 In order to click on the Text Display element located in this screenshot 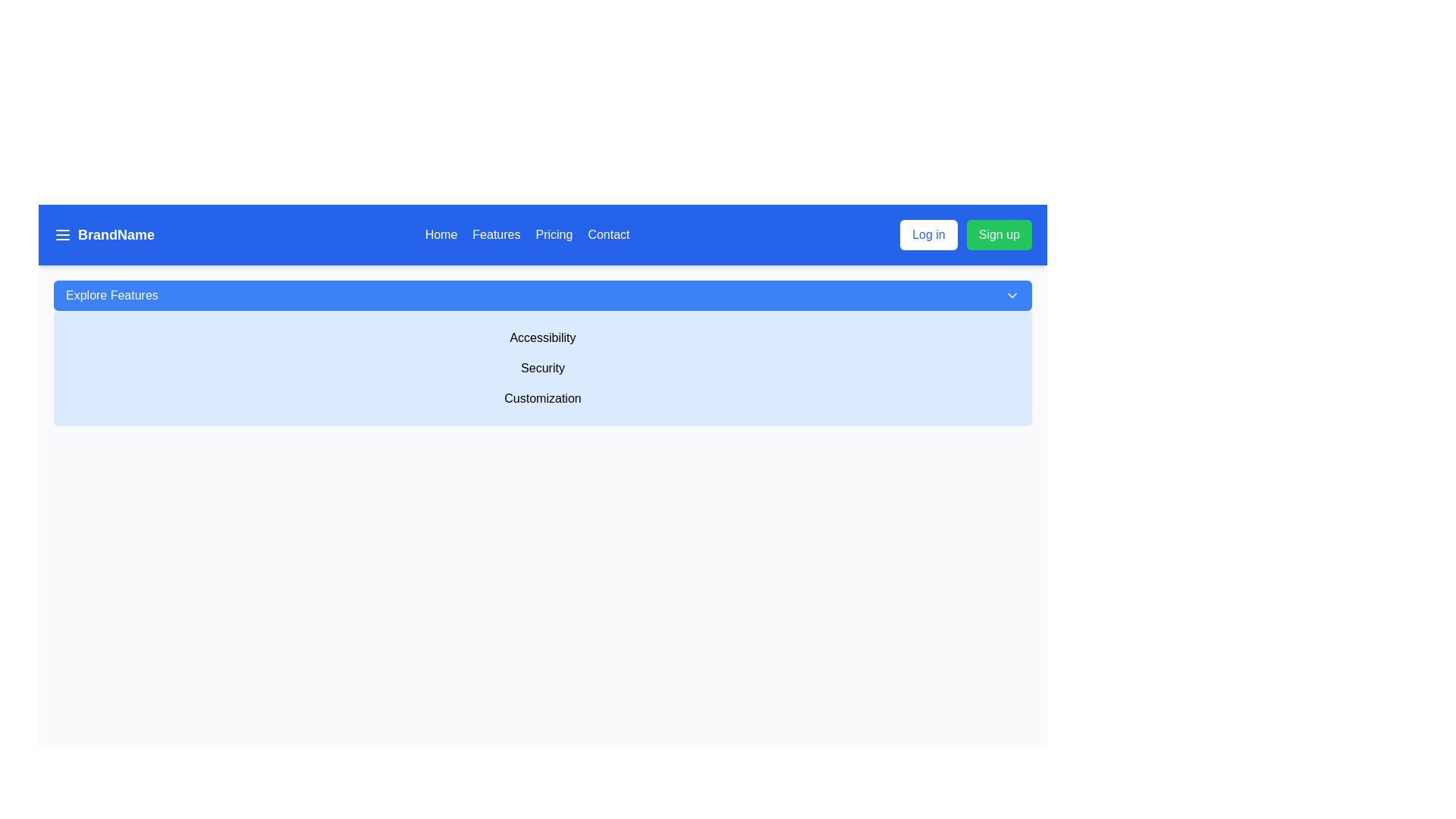, I will do `click(103, 234)`.